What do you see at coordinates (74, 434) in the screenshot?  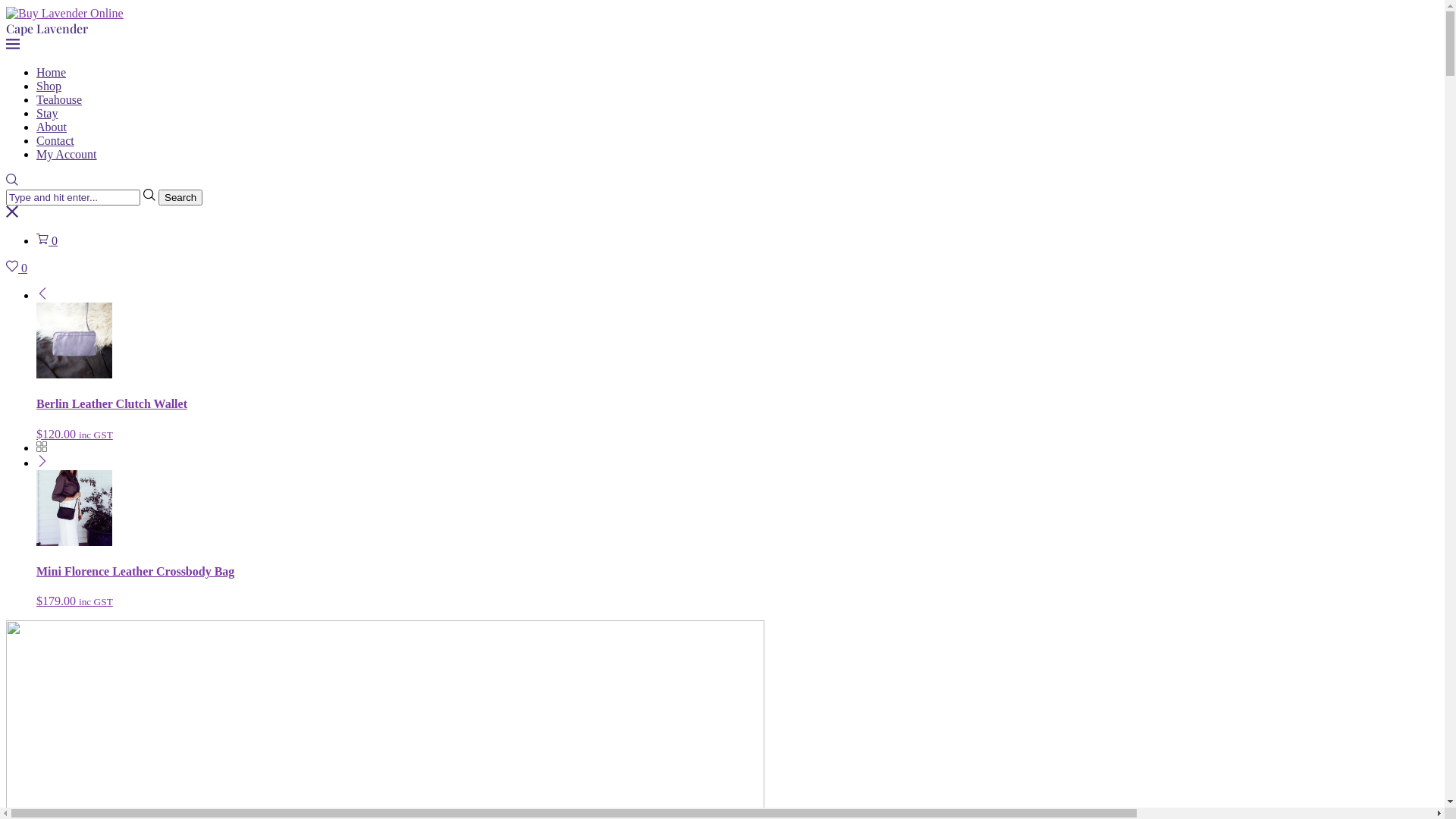 I see `'$120.00 inc GST'` at bounding box center [74, 434].